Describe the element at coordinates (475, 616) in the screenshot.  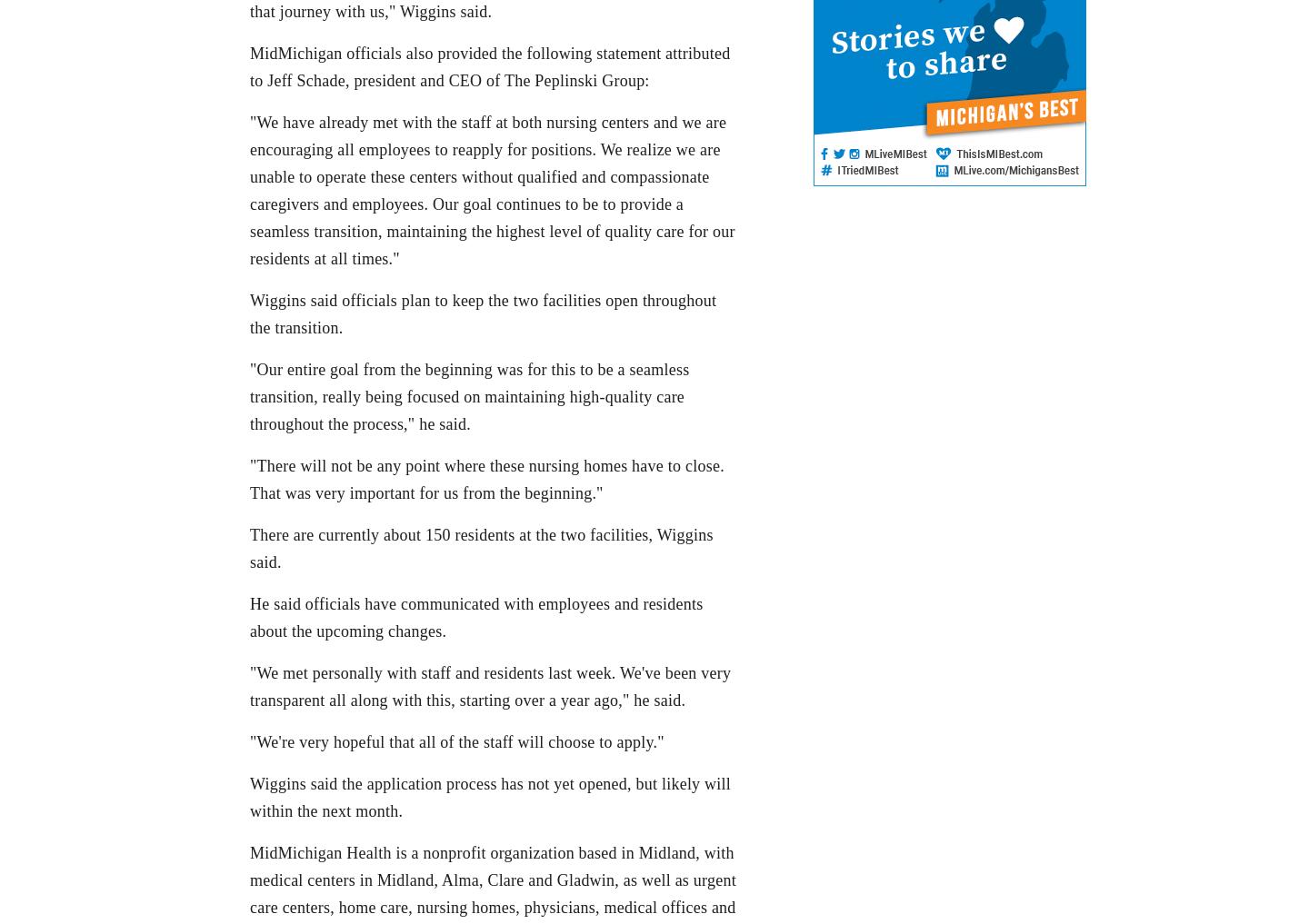
I see `'He said officials have communicated with employees and residents about the upcoming changes.'` at that location.